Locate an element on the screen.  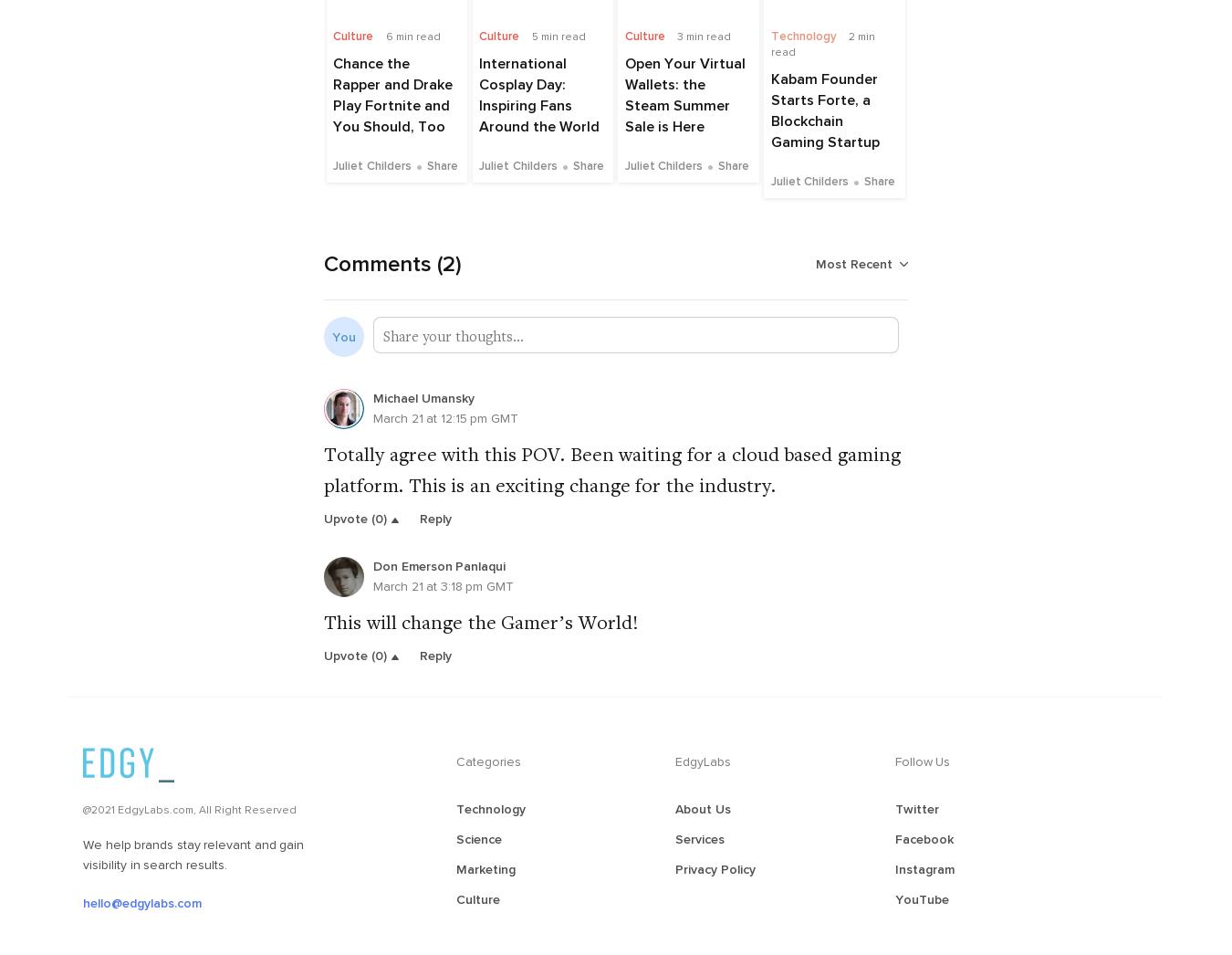
'Kabam Founder Starts Forte, a Blockchain Gaming Startup' is located at coordinates (770, 120).